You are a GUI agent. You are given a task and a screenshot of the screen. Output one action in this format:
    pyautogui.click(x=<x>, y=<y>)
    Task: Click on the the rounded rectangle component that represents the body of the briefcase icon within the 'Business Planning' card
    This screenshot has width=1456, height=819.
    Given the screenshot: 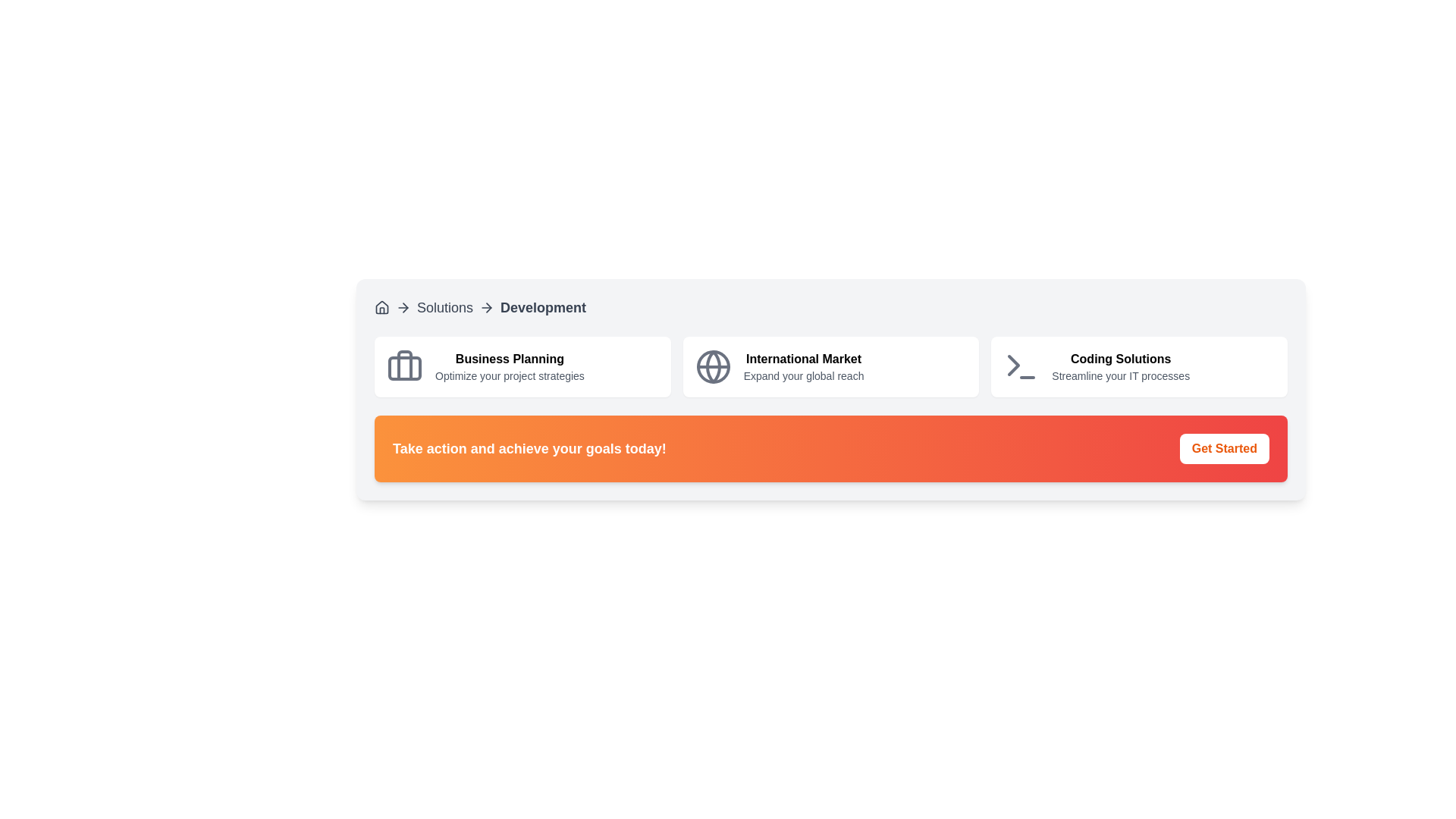 What is the action you would take?
    pyautogui.click(x=404, y=369)
    